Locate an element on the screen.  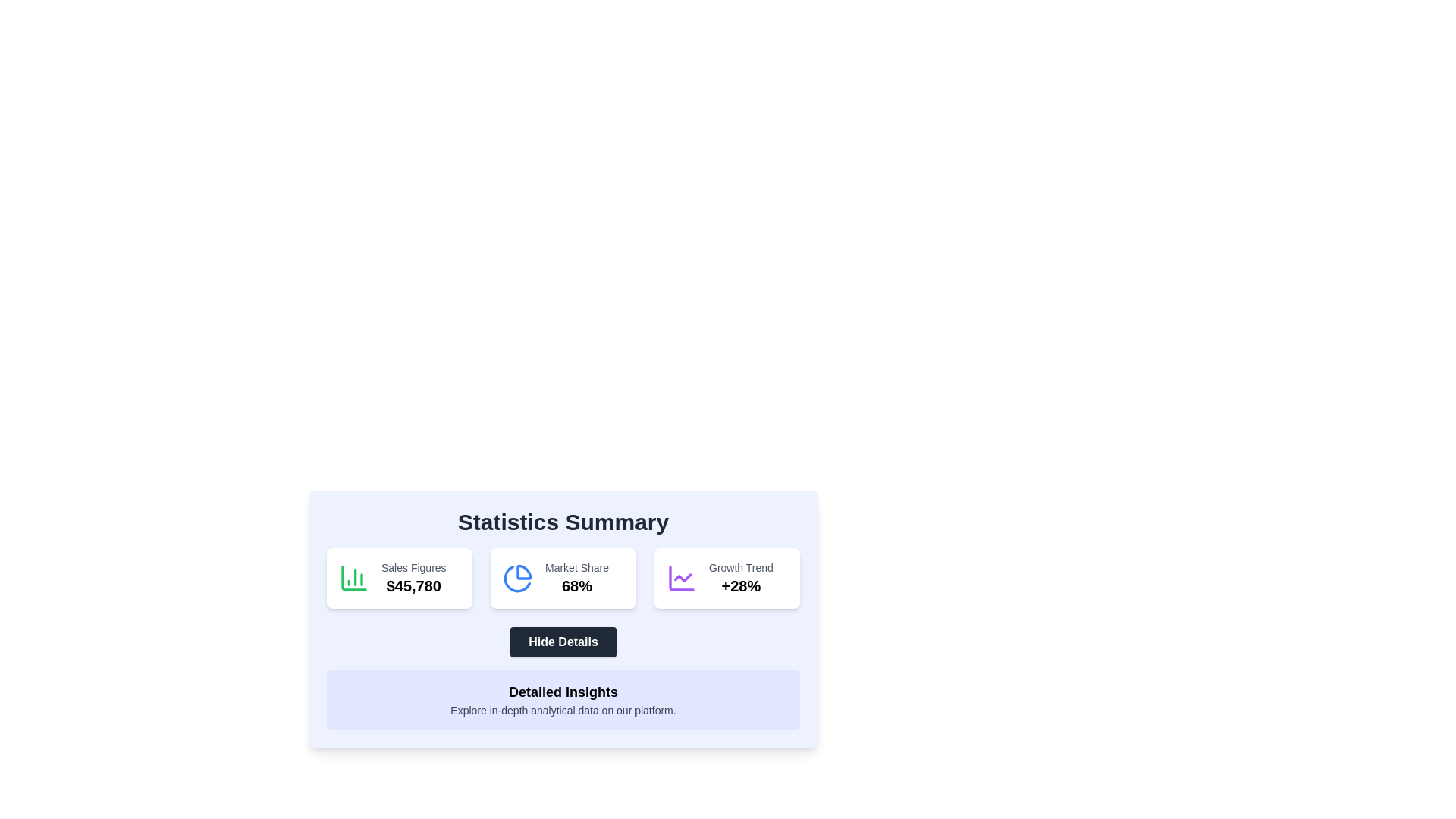
the Text display that shows the percentage change in the 'Growth Trend' card within the 'Statistics Summary' section is located at coordinates (741, 585).